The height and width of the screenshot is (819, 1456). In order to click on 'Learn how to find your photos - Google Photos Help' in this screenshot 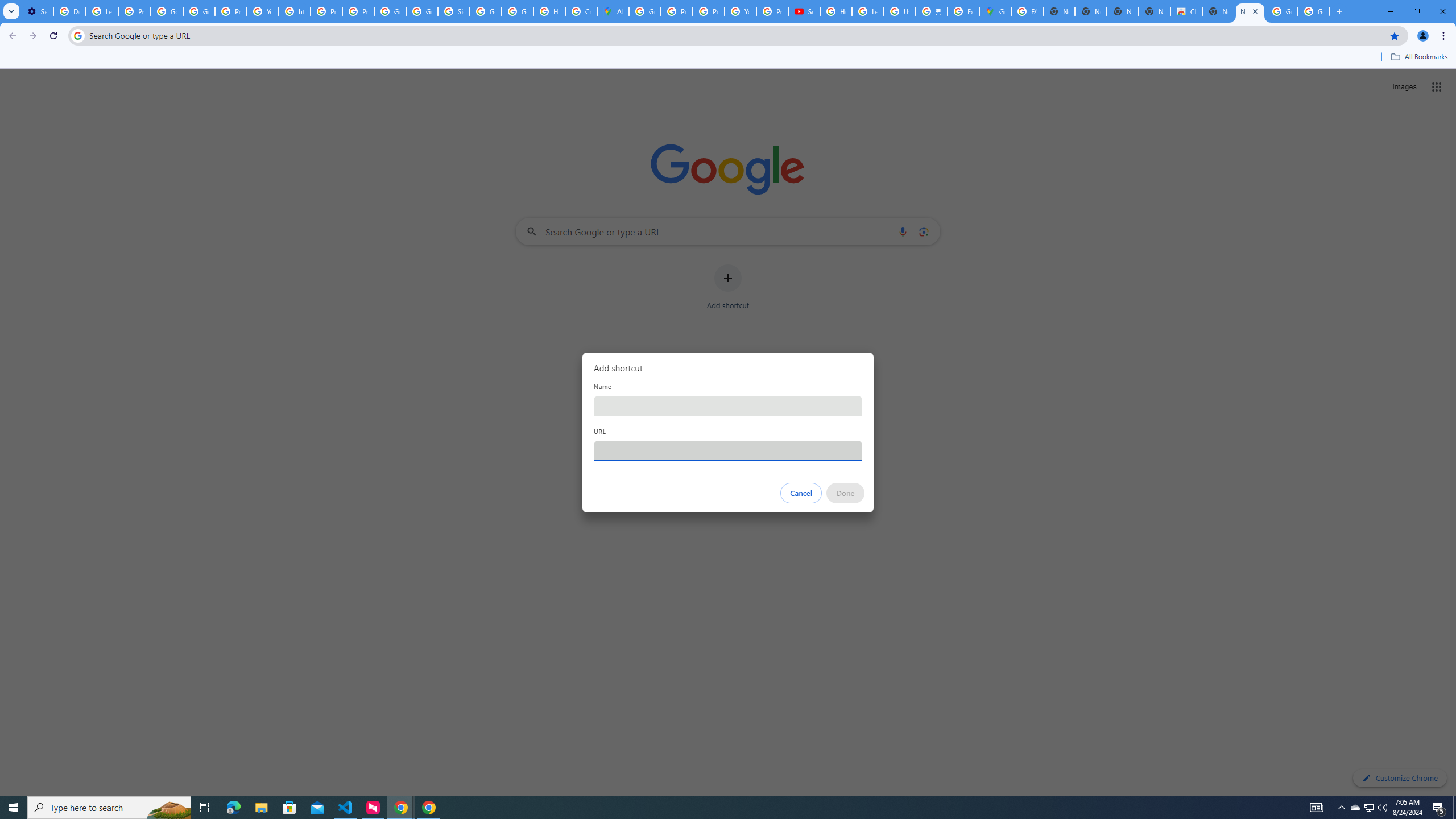, I will do `click(102, 11)`.